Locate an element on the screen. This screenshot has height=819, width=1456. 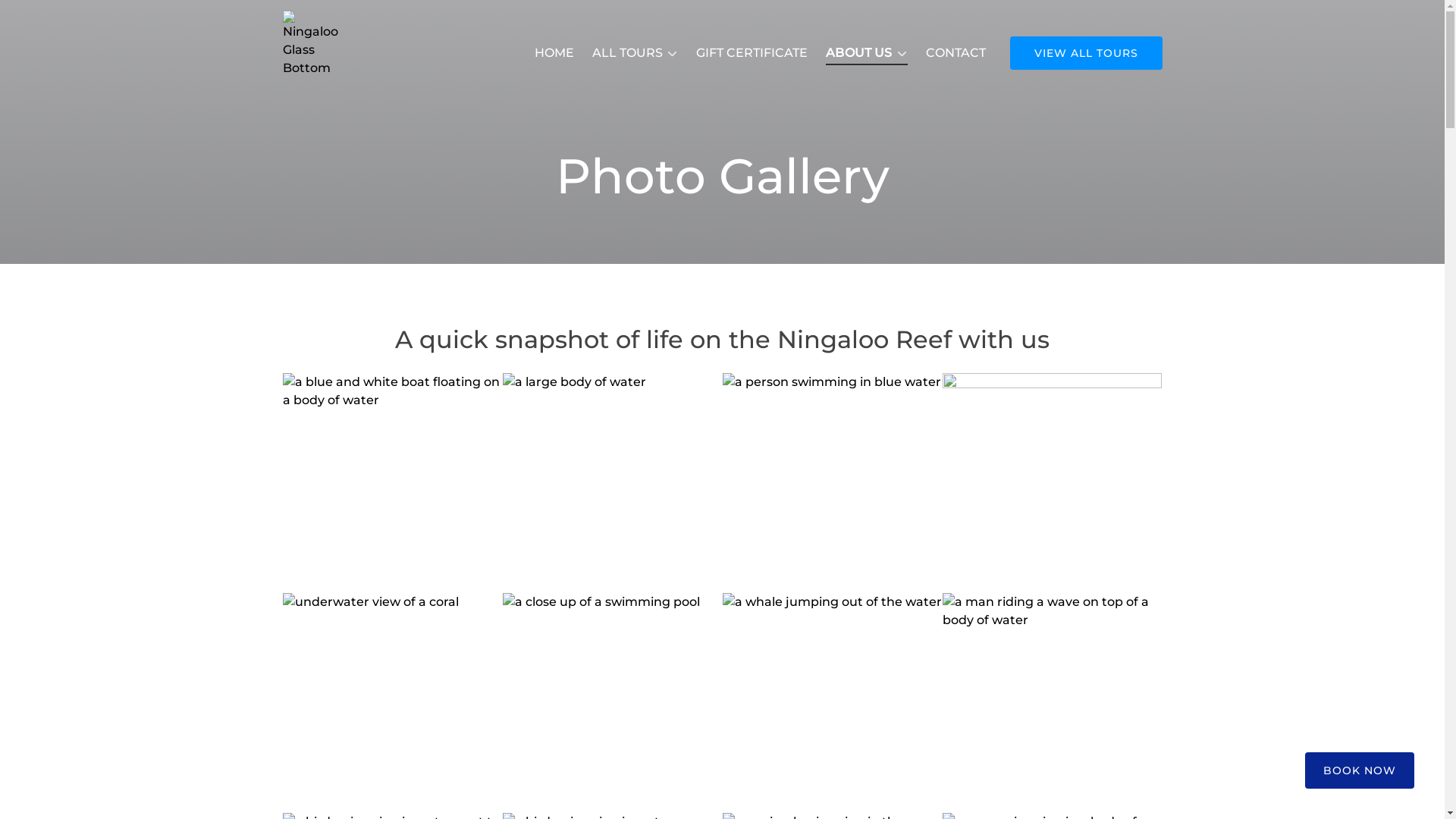
'VIEW ALL TOURS' is located at coordinates (1085, 52).